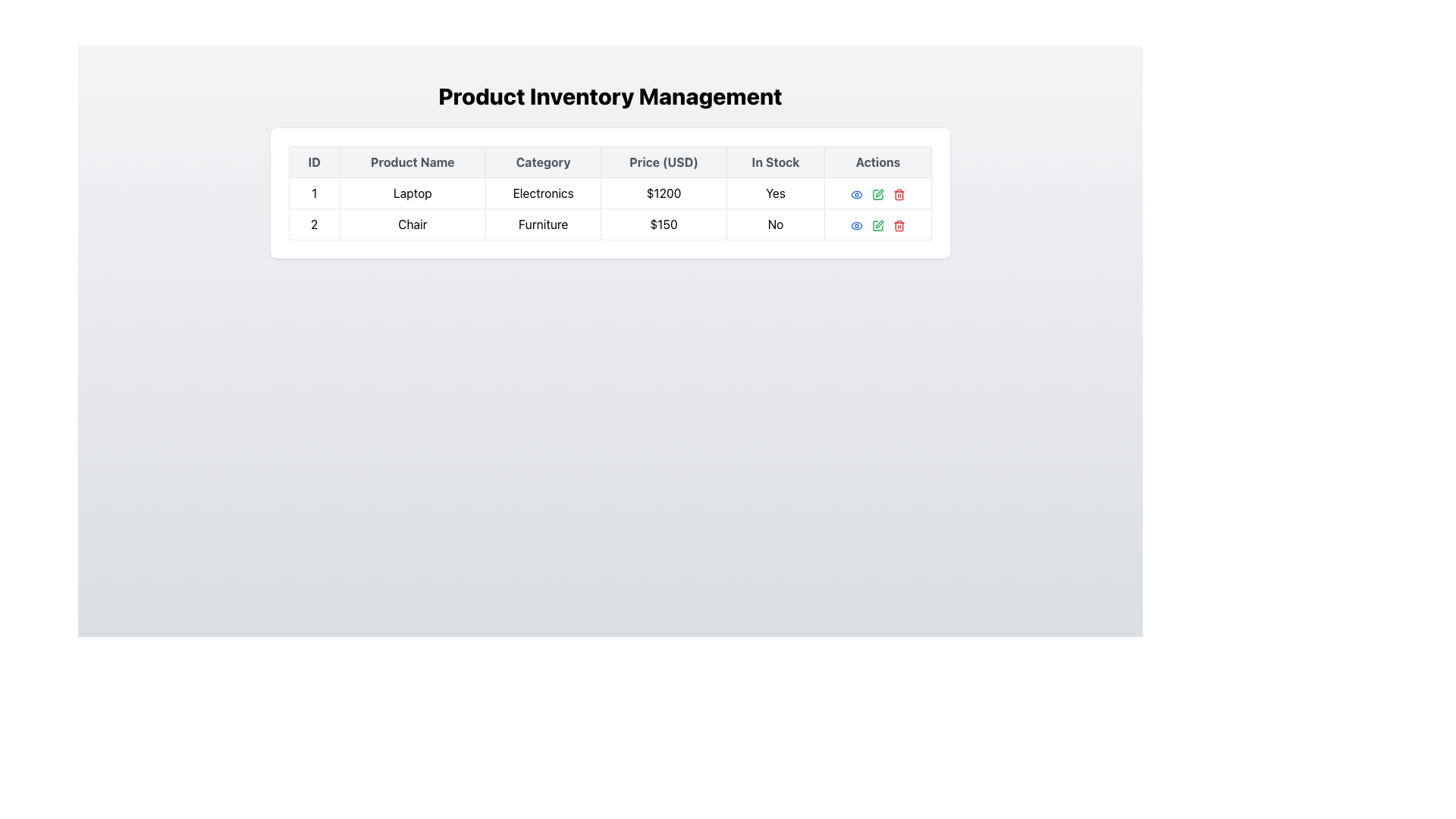 The height and width of the screenshot is (819, 1456). I want to click on the text label styled with a gray font that reads 'Actions', located in the sixth position of the header row of the table, adjacent to the 'In Stock' column, so click(877, 162).